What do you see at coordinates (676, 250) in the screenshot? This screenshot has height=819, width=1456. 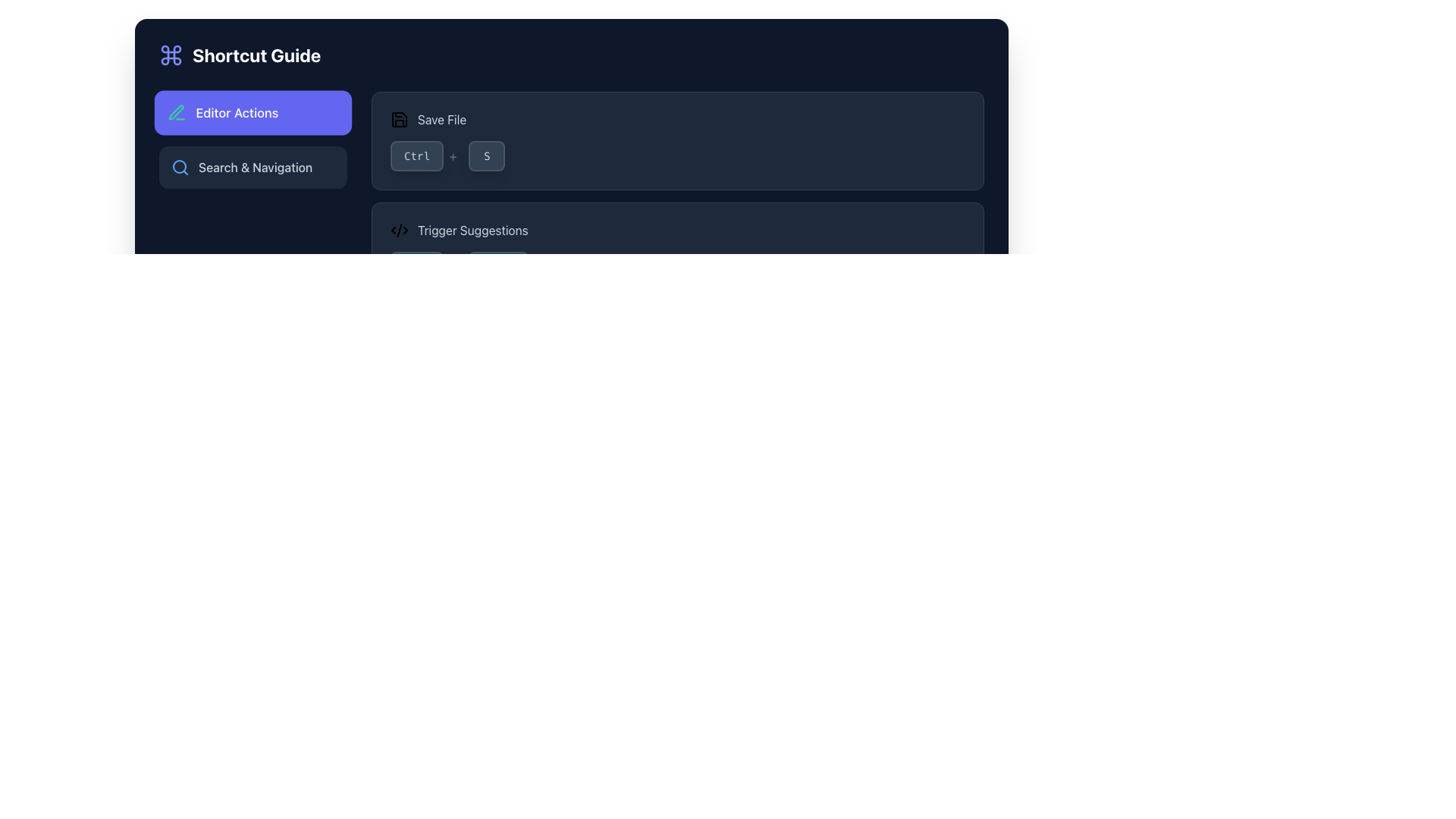 I see `the Informational card containing the text 'Trigger Suggestions' and the keyboard shortcut 'Ctrl+Space', which is positioned between 'Save File' and 'Peek Definition' in the vertical list` at bounding box center [676, 250].